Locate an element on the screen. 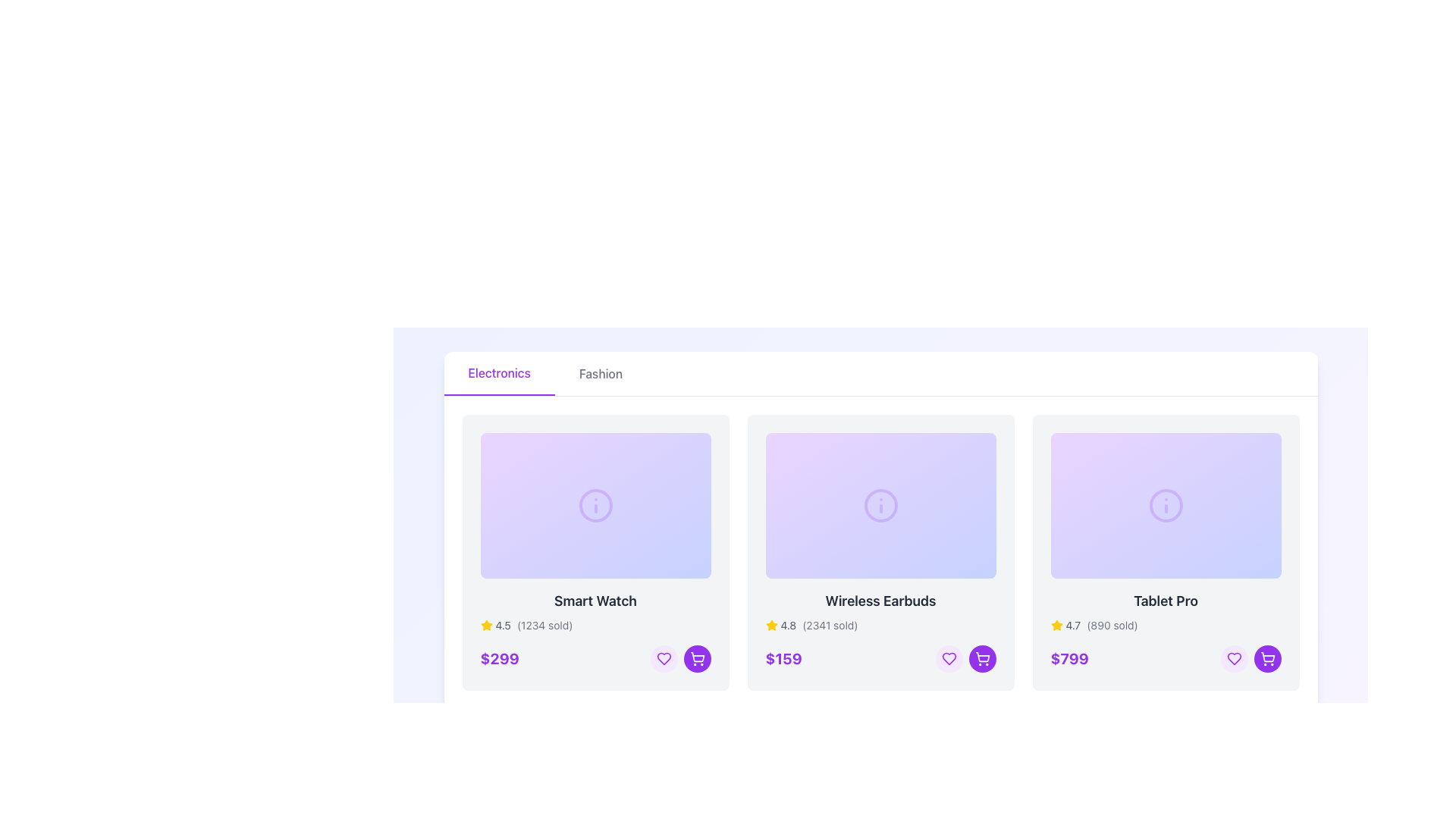 This screenshot has height=819, width=1456. the 'Smart Watch' text label, which is displayed in bold dark gray font and centrally located within the product card, just below the image section is located at coordinates (595, 601).